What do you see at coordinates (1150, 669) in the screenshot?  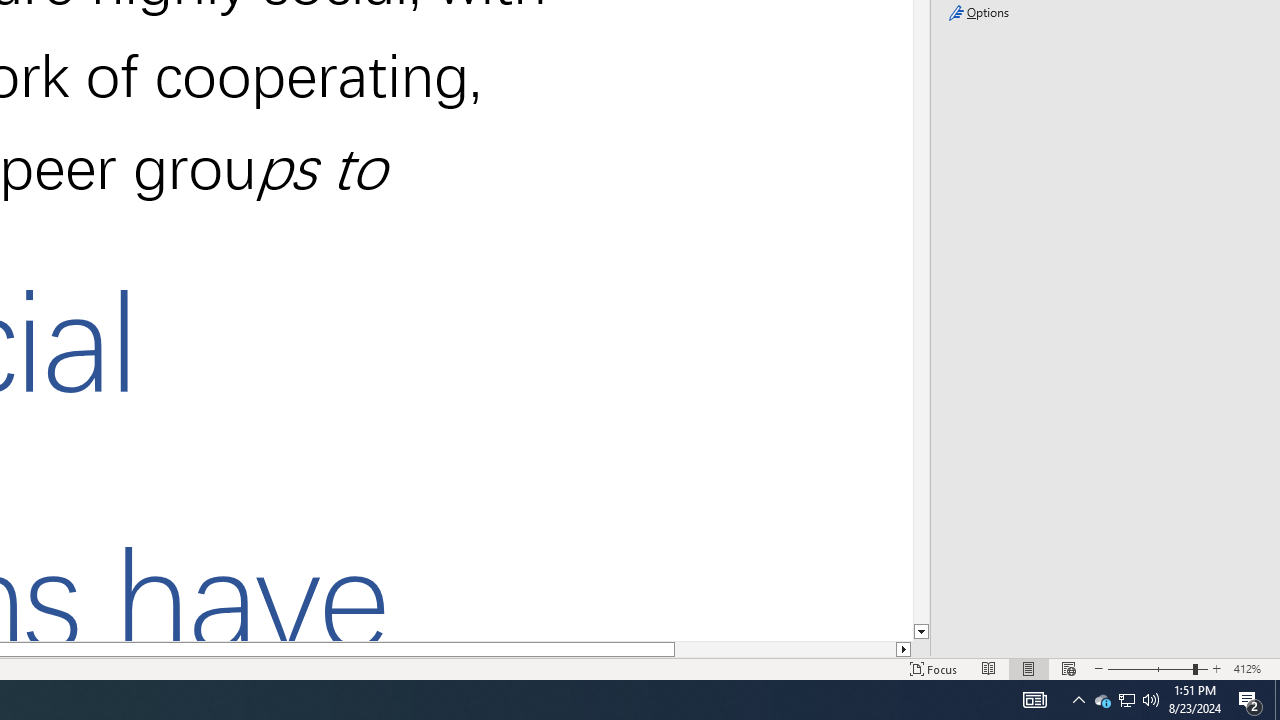 I see `'Zoom Out'` at bounding box center [1150, 669].